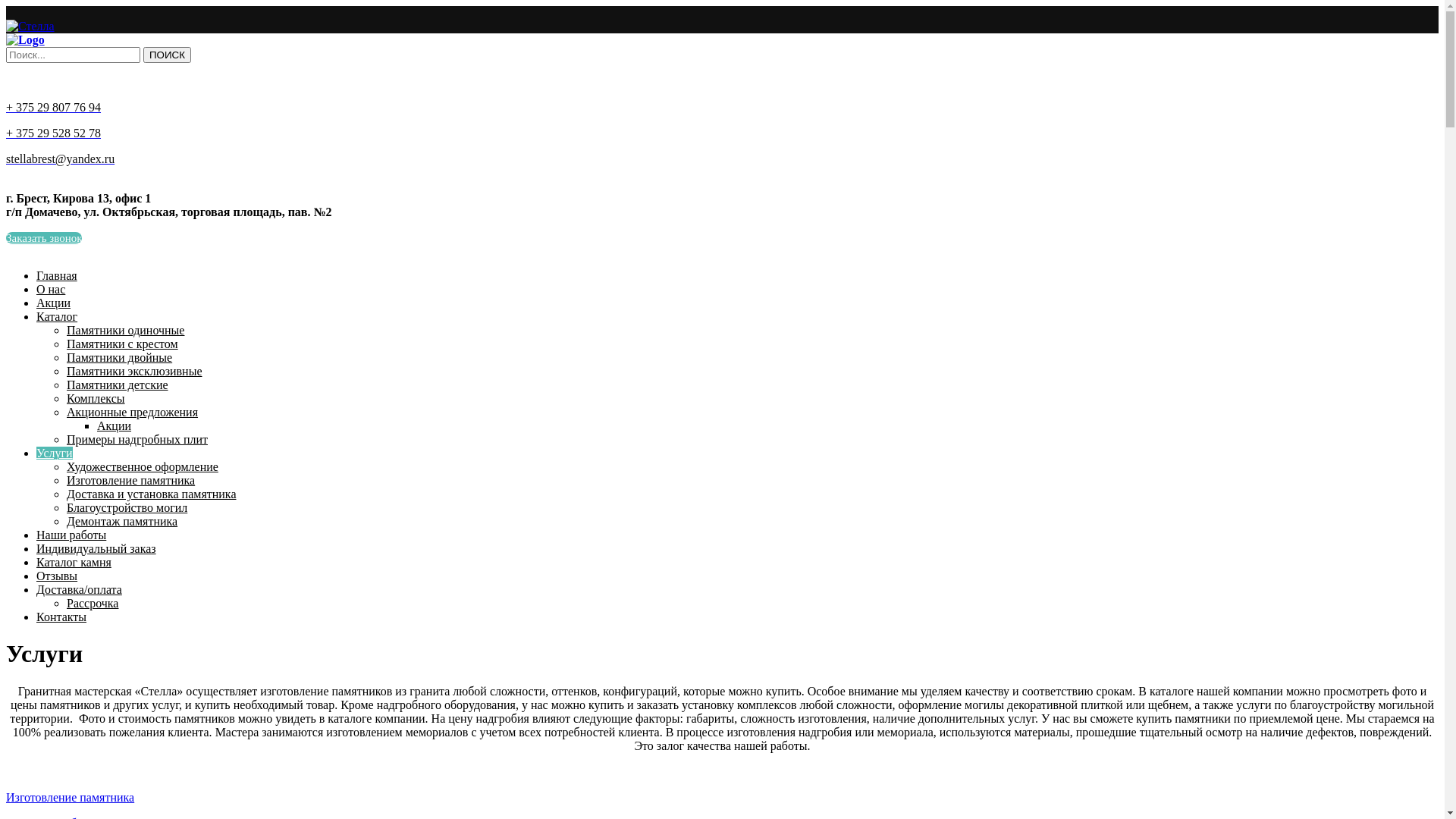 The height and width of the screenshot is (819, 1456). I want to click on 'stellabrest@yandex.ru', so click(60, 158).